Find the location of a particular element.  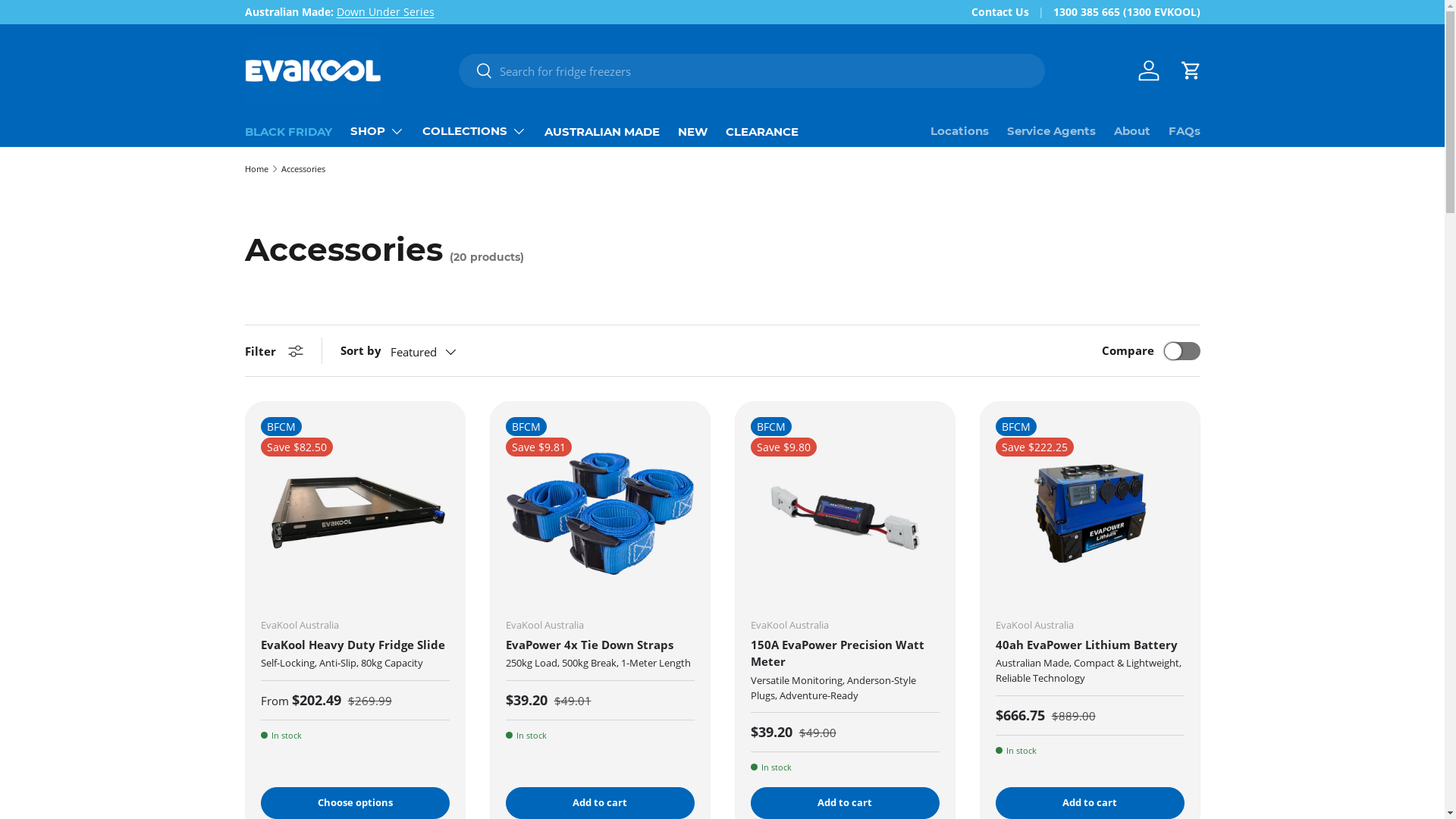

'Contact Us' is located at coordinates (1012, 11).